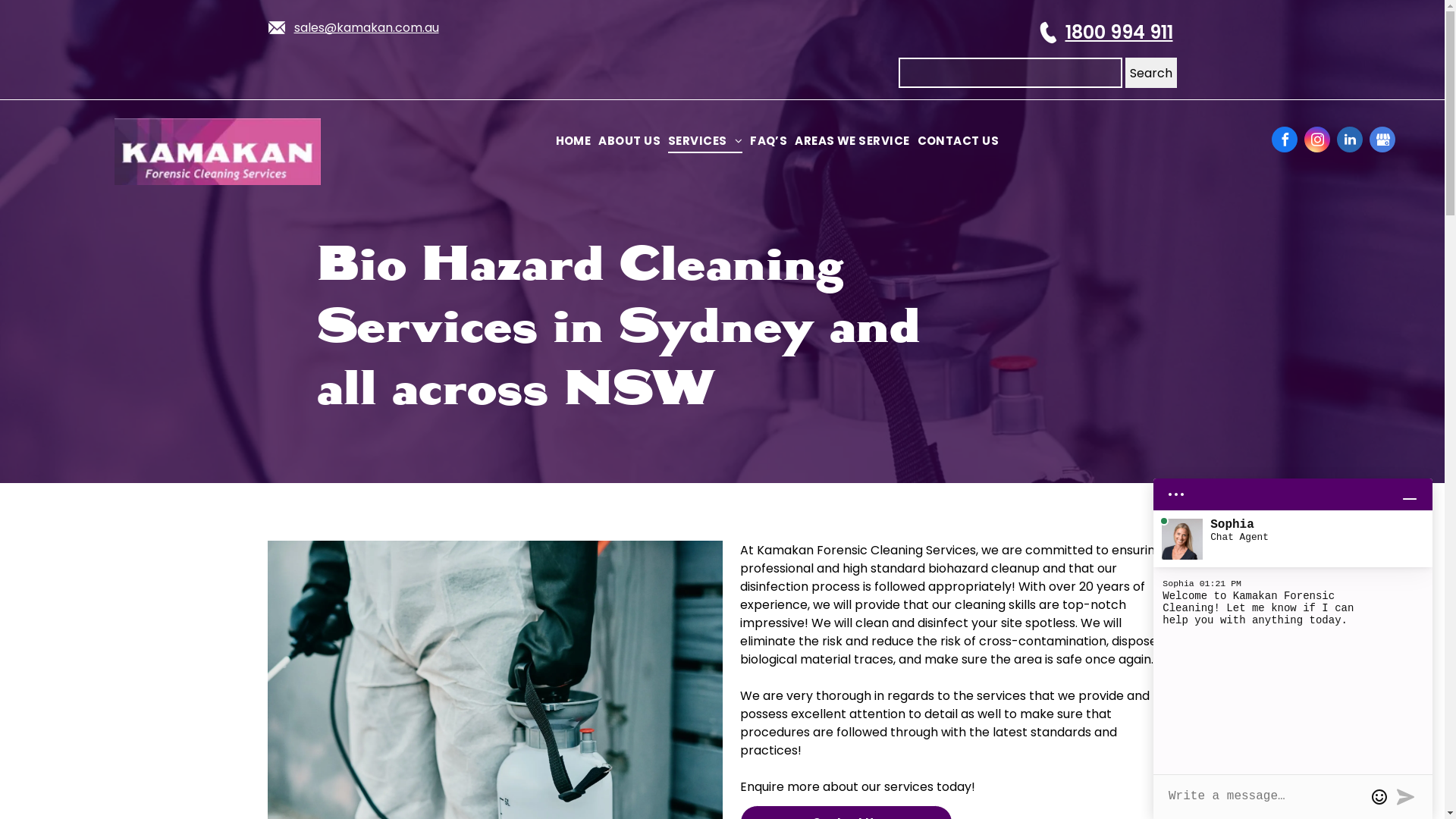 The image size is (1456, 819). I want to click on 'CONTACT US', so click(912, 141).